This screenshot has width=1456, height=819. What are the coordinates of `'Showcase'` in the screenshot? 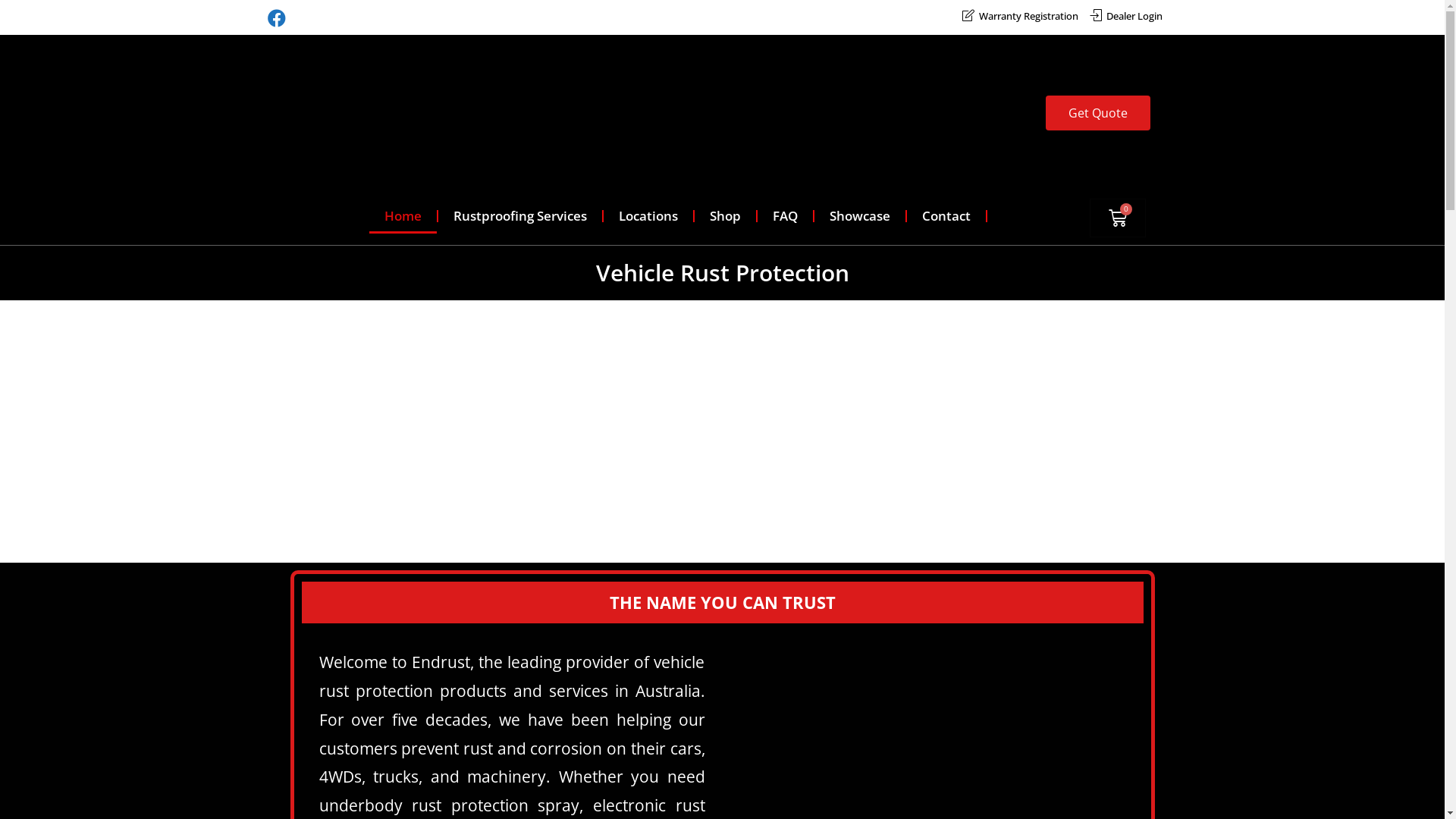 It's located at (859, 216).